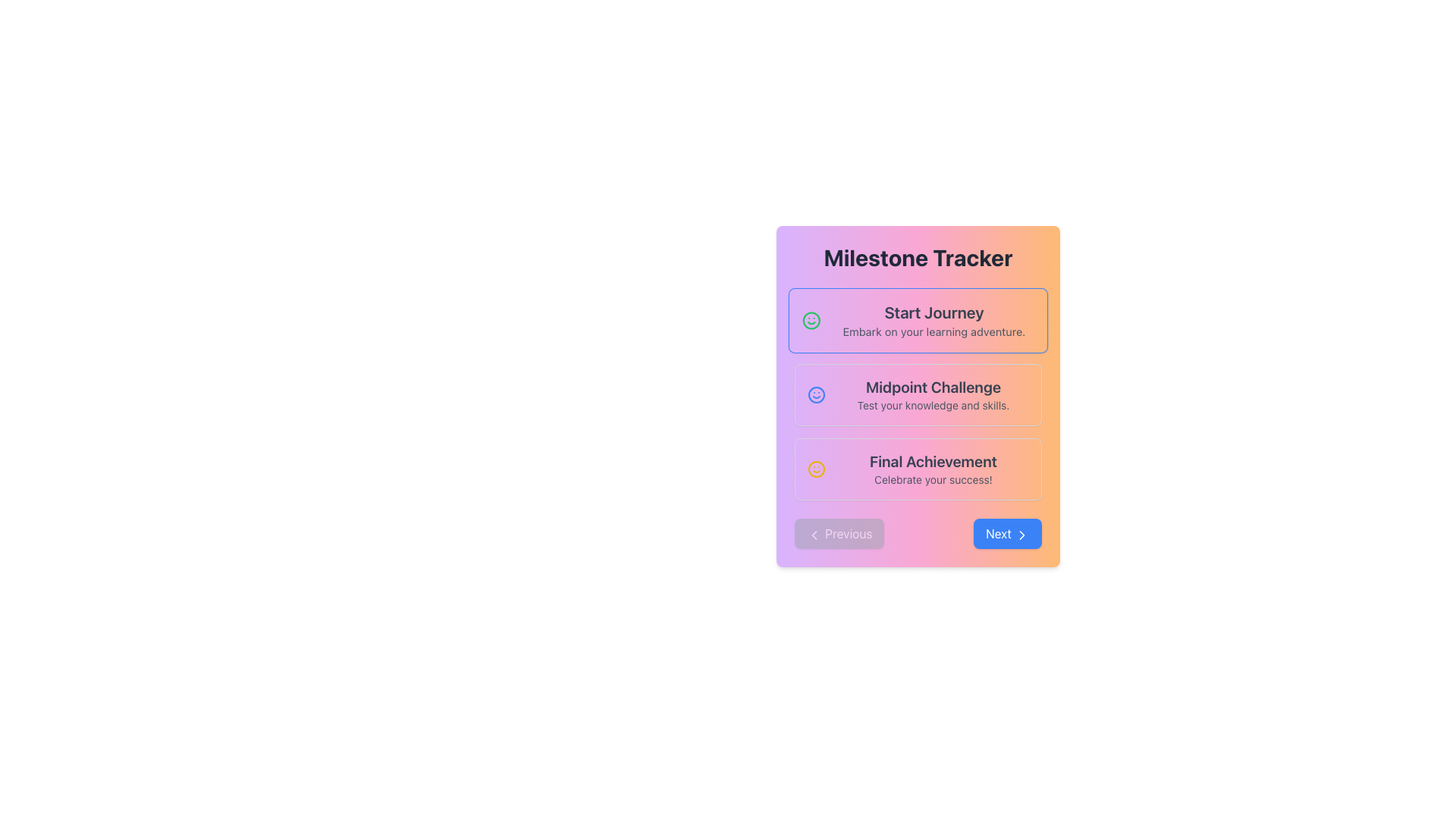 The image size is (1456, 819). I want to click on the blue rectangular button with rounded edges labeled 'Next' to proceed, so click(1008, 533).